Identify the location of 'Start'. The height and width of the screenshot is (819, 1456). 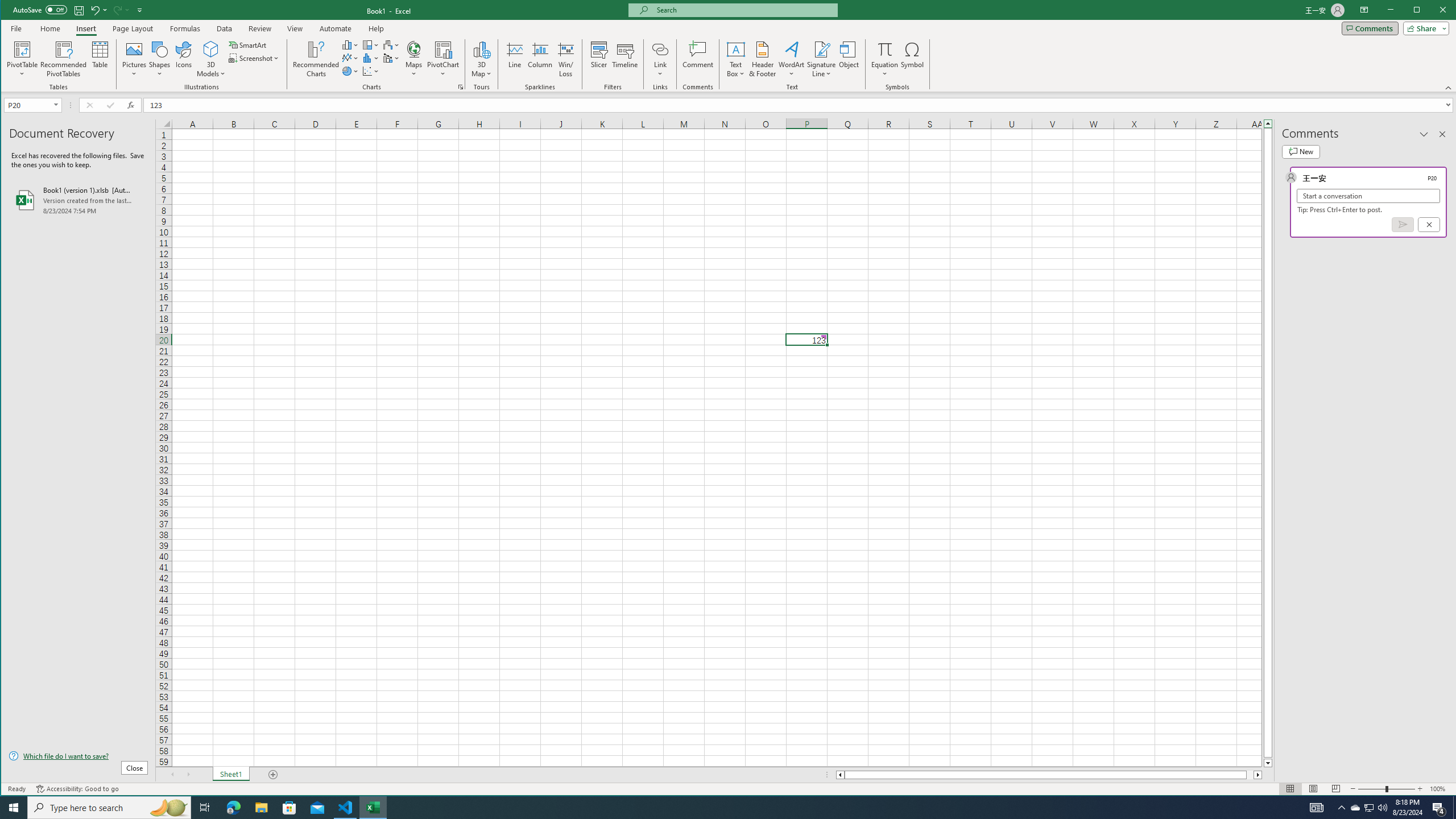
(14, 806).